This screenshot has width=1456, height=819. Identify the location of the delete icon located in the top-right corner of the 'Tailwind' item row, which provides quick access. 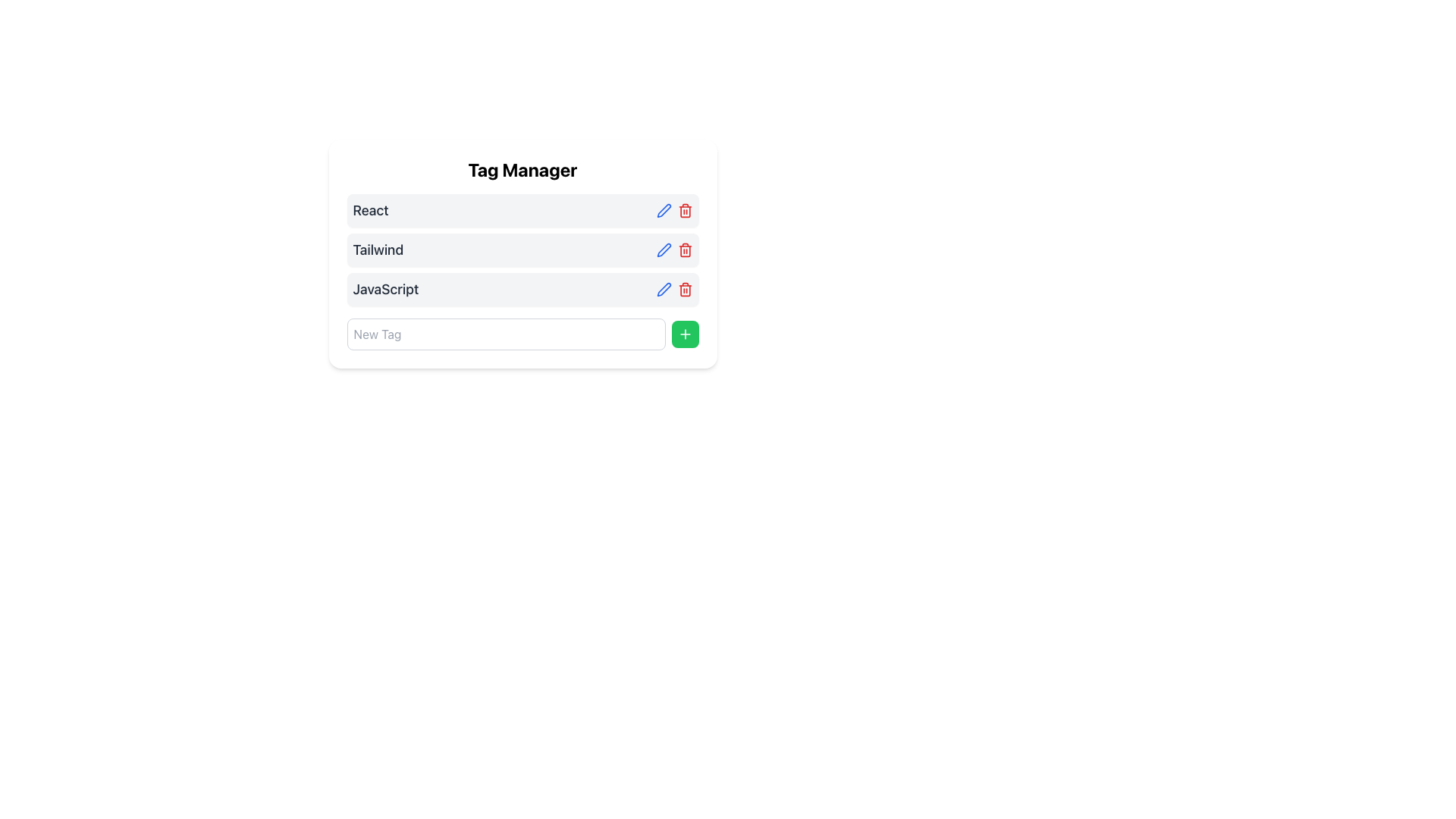
(673, 249).